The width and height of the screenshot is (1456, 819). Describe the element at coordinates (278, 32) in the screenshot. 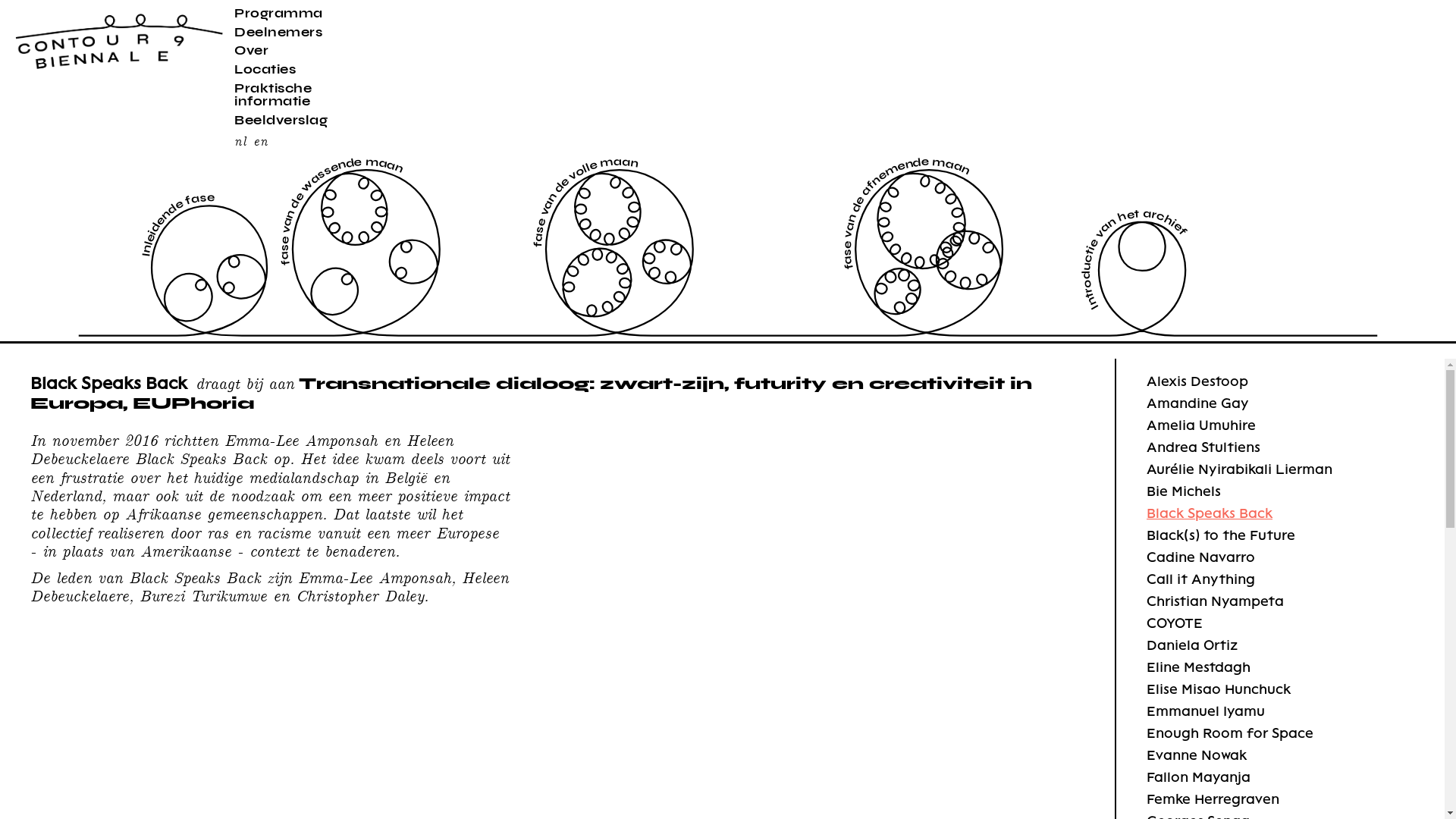

I see `'Deelnemers'` at that location.